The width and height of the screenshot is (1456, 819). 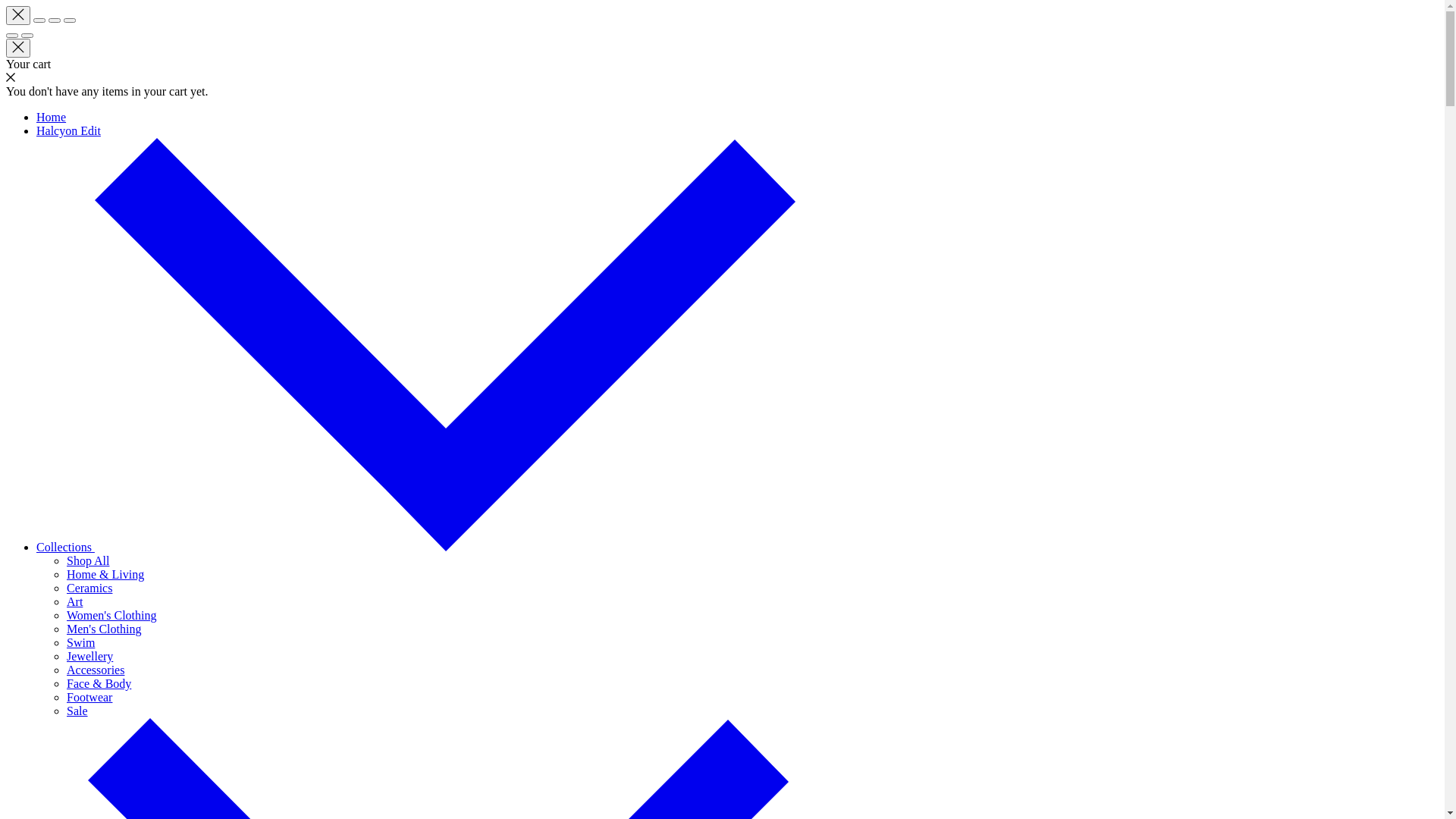 What do you see at coordinates (89, 587) in the screenshot?
I see `'Ceramics'` at bounding box center [89, 587].